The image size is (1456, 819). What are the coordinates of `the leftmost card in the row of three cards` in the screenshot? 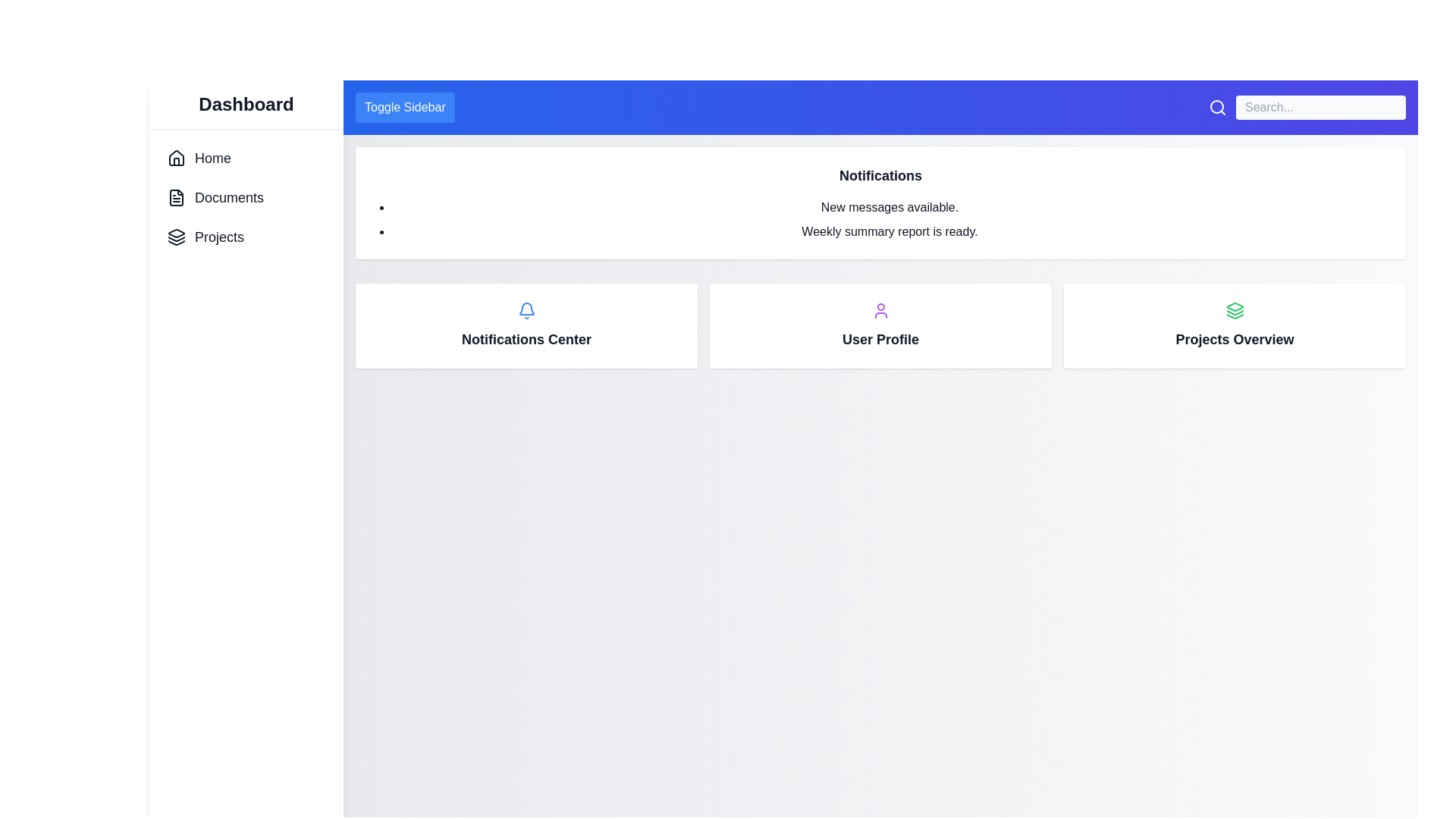 It's located at (526, 325).